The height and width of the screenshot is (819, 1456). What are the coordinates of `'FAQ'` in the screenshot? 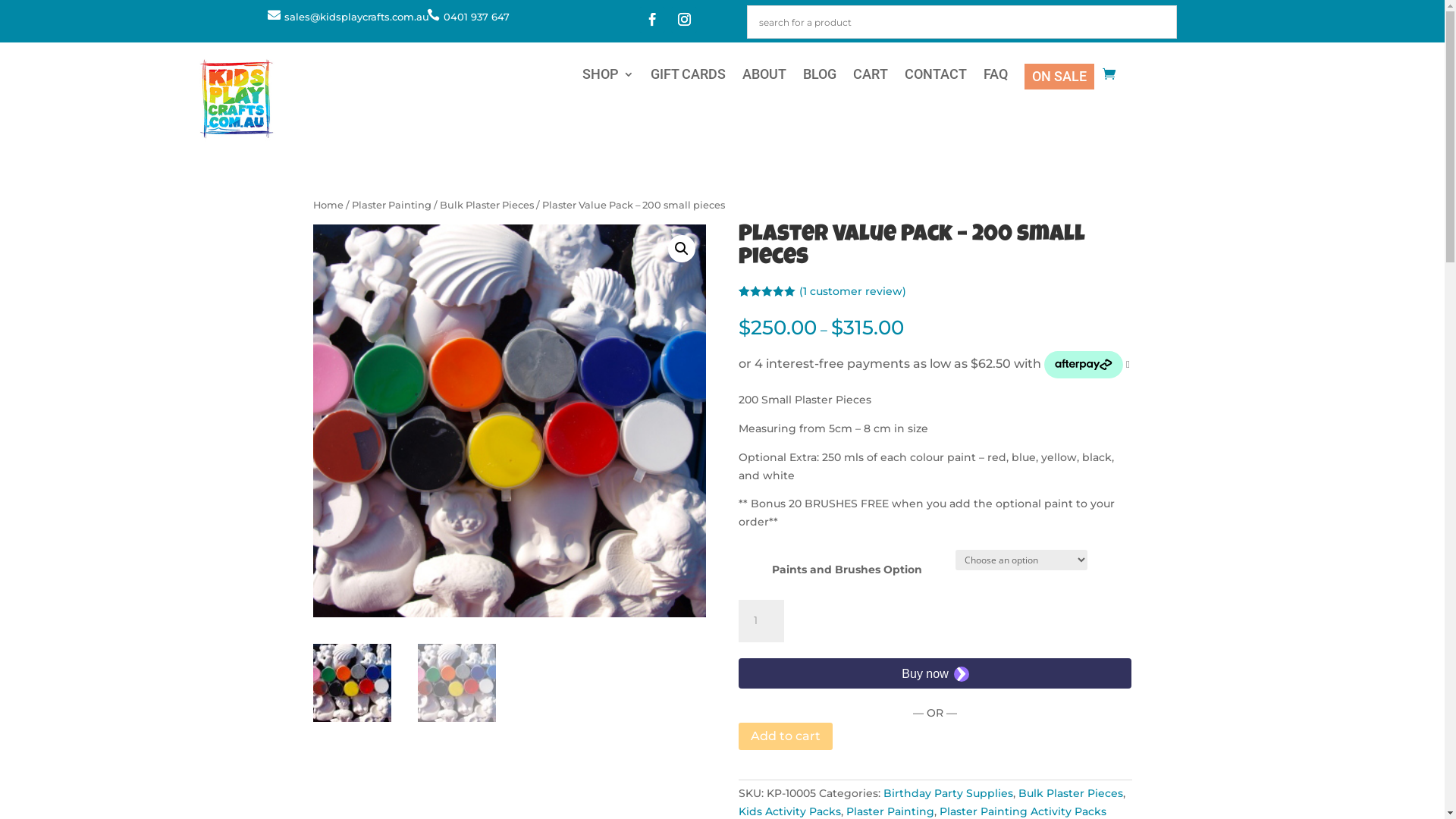 It's located at (994, 79).